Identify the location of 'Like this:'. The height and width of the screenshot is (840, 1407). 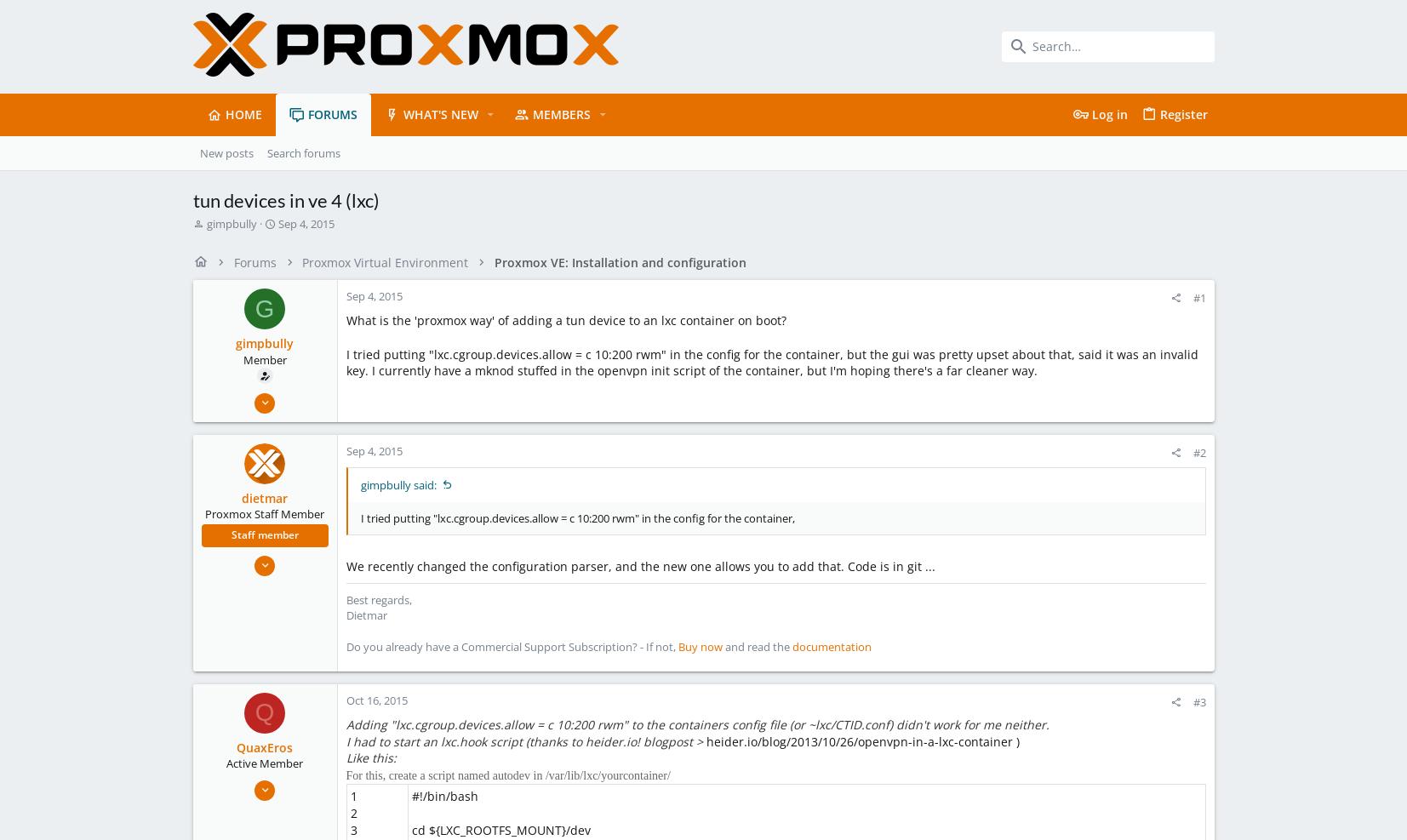
(369, 757).